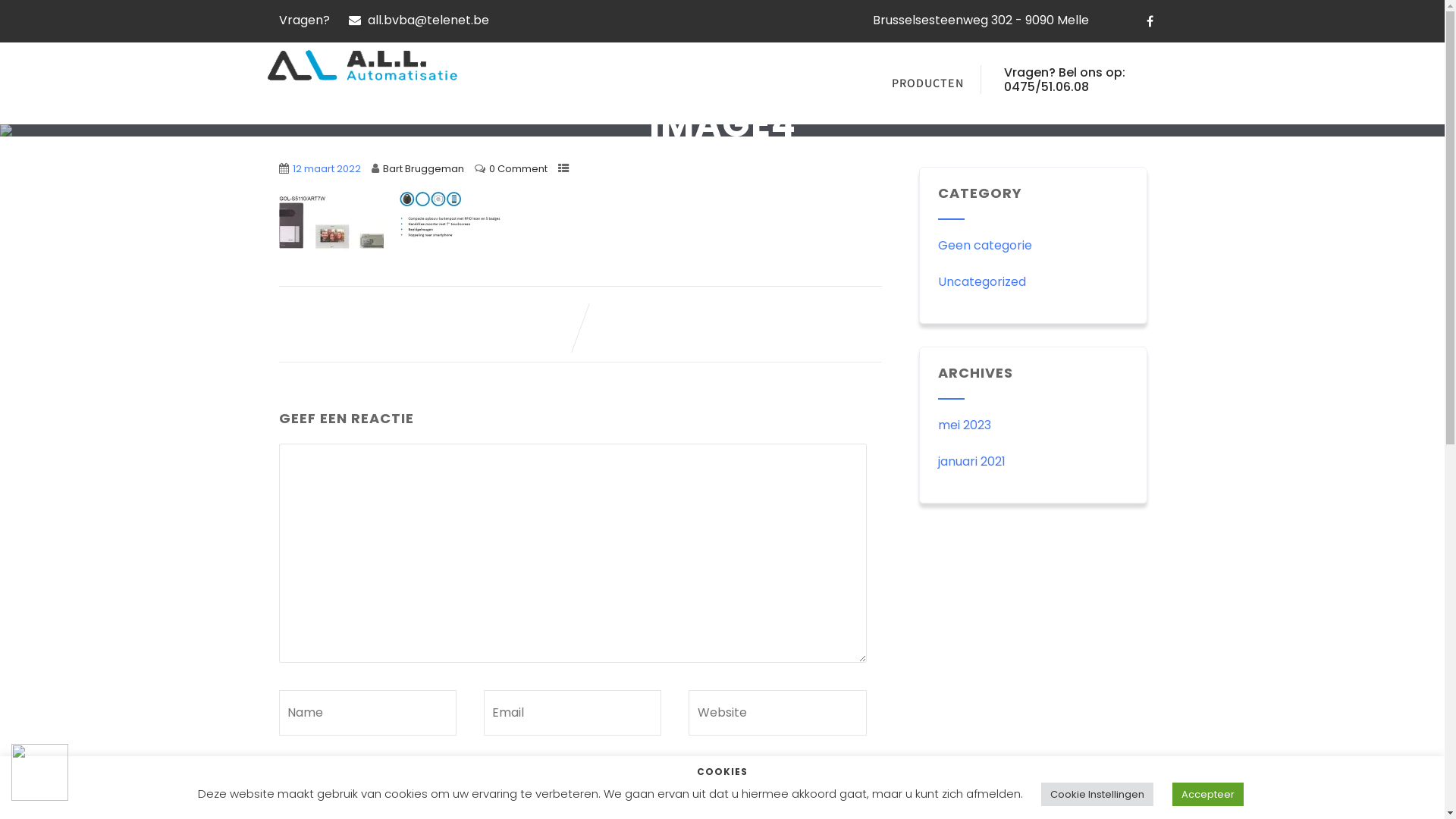 This screenshot has width=1456, height=819. I want to click on 'Cookie Instellingen', so click(1096, 793).